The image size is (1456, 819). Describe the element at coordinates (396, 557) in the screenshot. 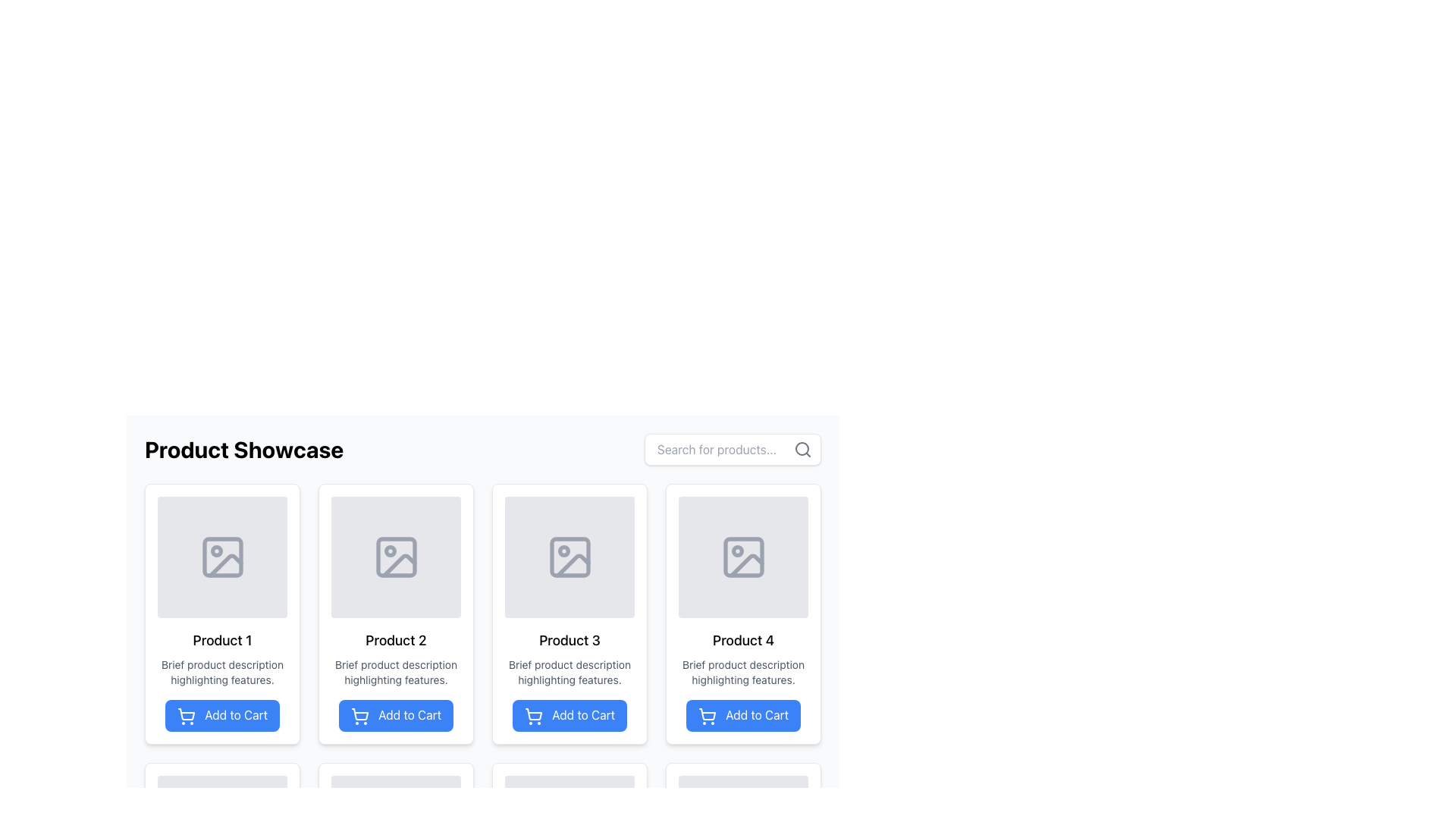

I see `the Decorative graphic element within the second product card in the grid under the 'Product Showcase' section, which serves as an image placeholder for the product card` at that location.